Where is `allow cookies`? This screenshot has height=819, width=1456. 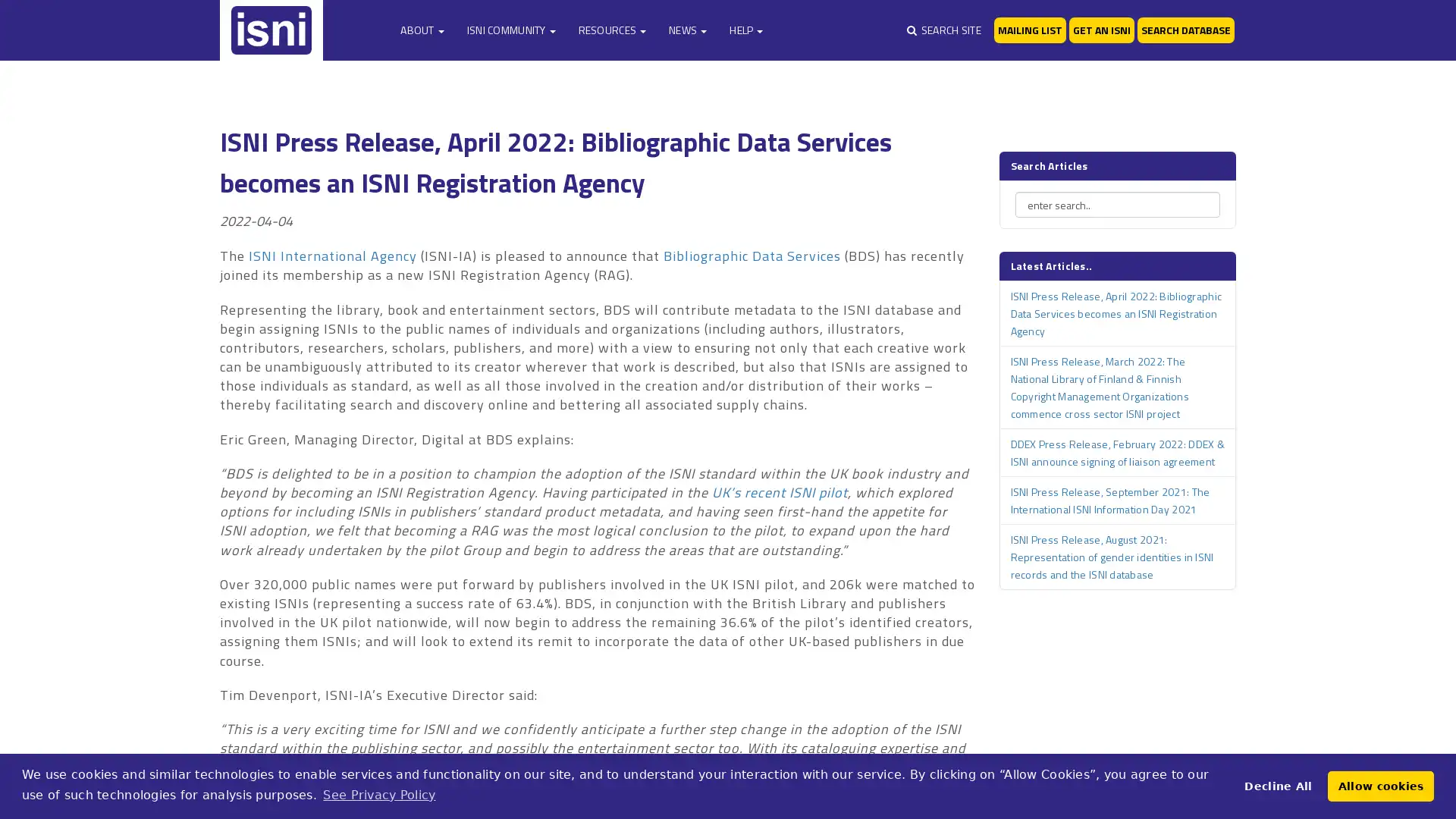 allow cookies is located at coordinates (1380, 785).